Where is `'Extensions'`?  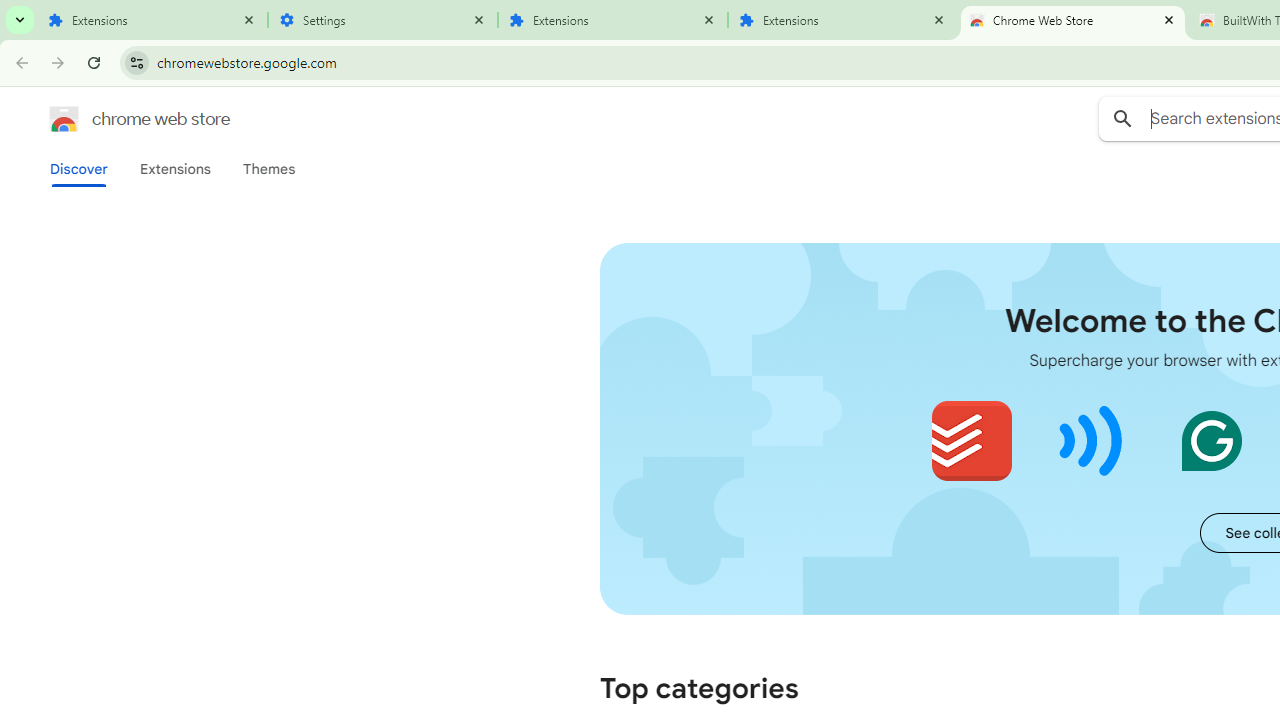 'Extensions' is located at coordinates (174, 168).